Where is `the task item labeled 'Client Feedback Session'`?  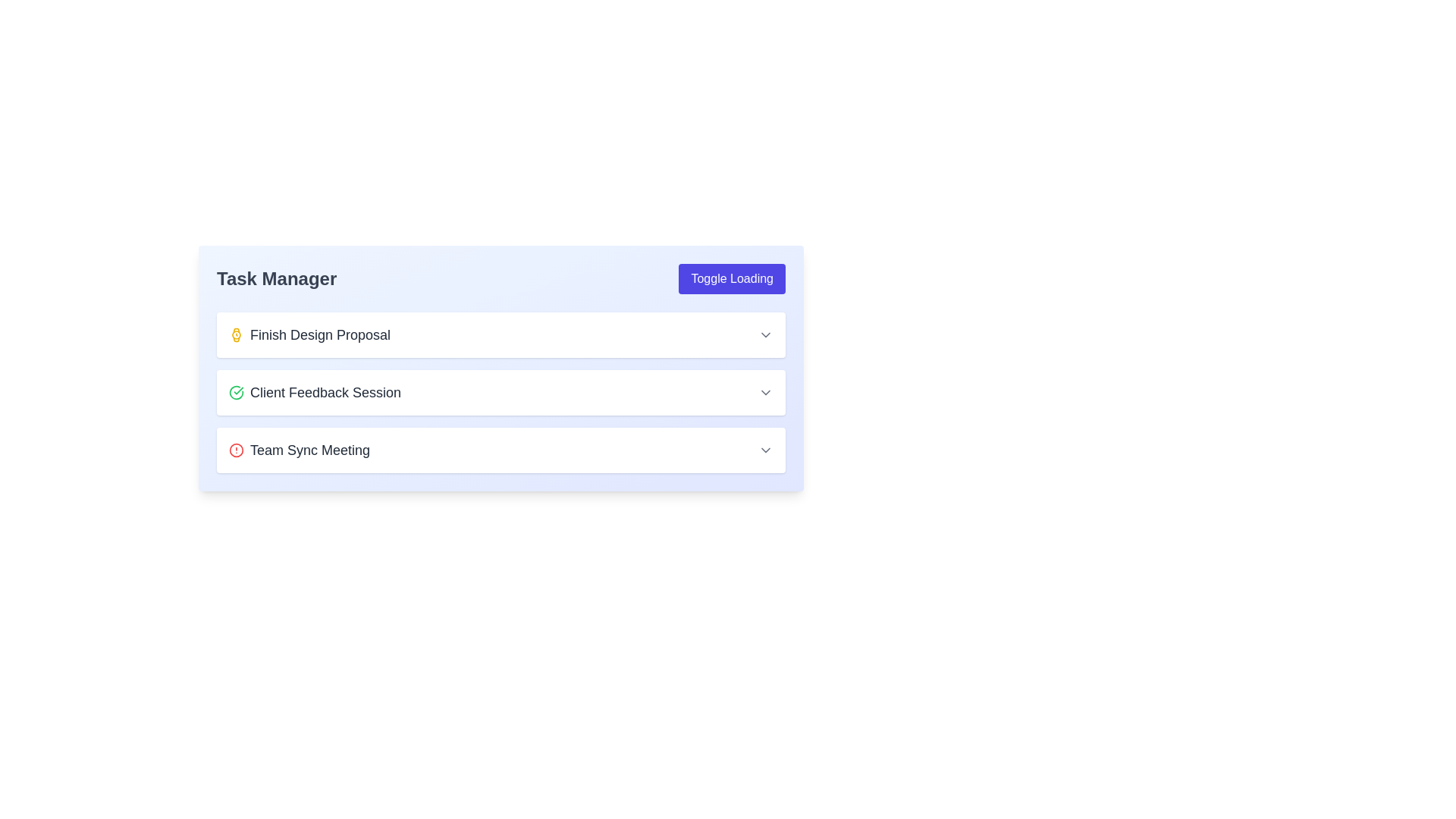
the task item labeled 'Client Feedback Session' is located at coordinates (501, 369).